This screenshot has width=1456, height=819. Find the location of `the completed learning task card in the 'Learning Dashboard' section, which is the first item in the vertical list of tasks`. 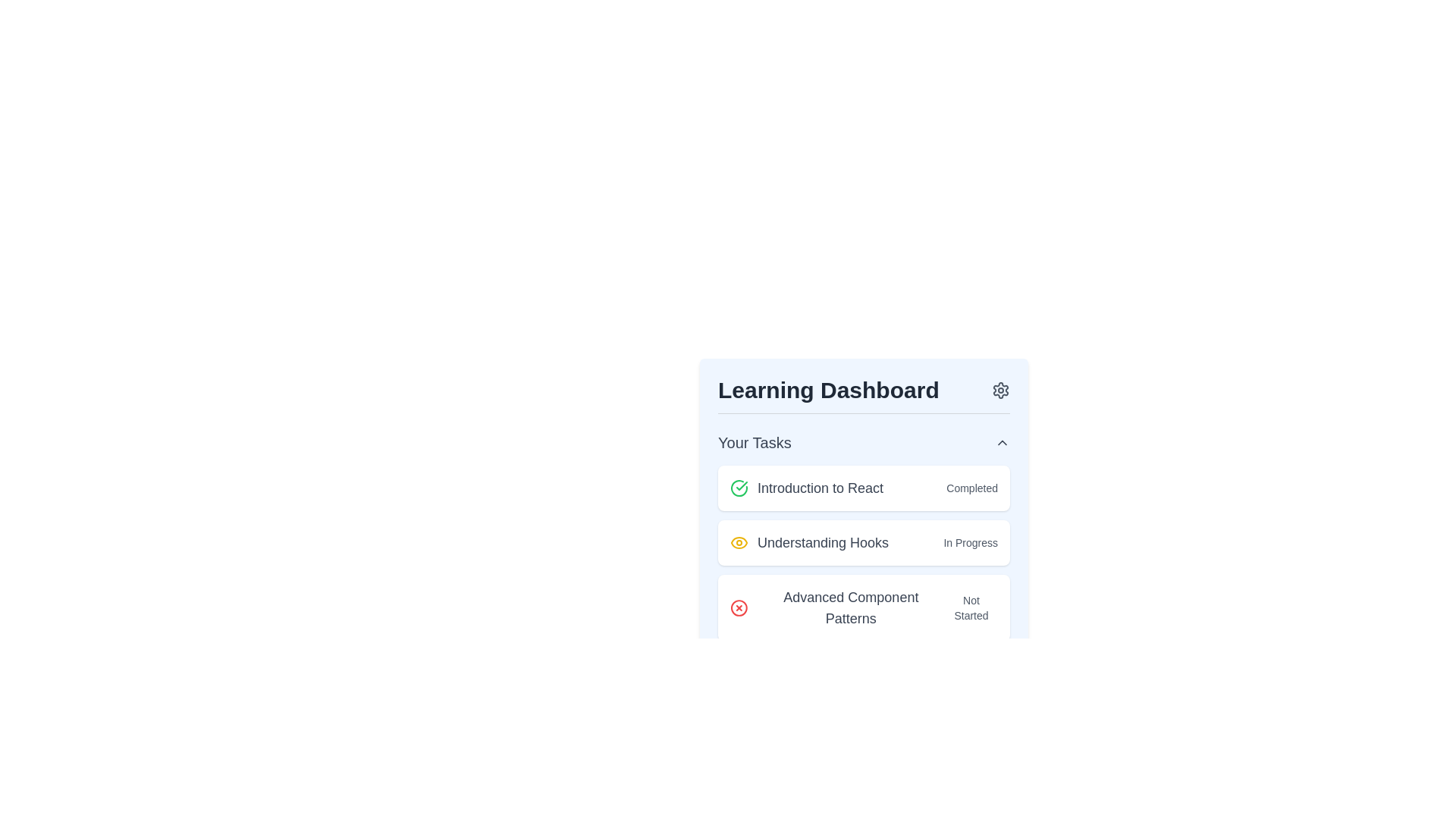

the completed learning task card in the 'Learning Dashboard' section, which is the first item in the vertical list of tasks is located at coordinates (864, 488).